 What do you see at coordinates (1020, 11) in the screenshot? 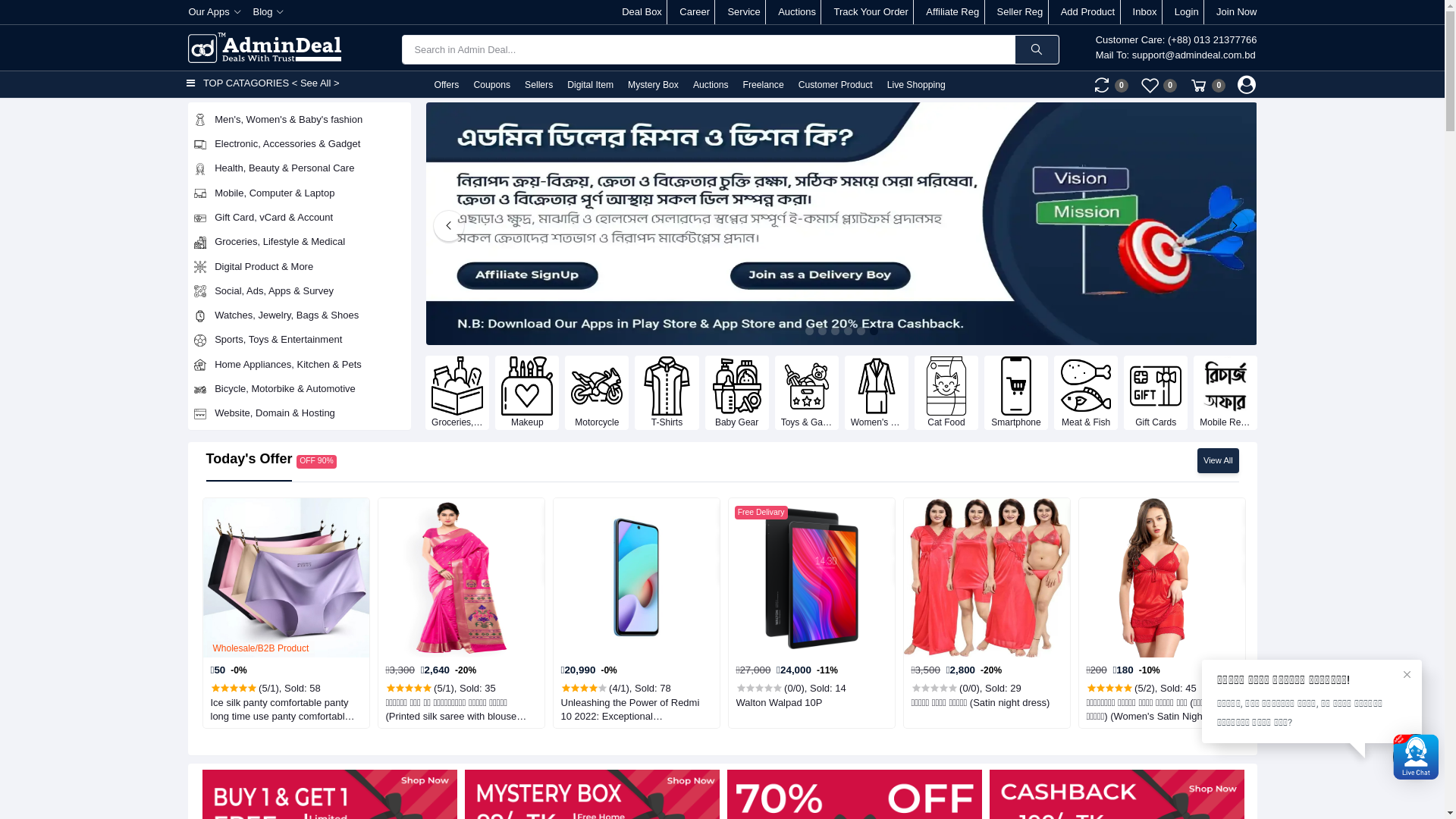
I see `'Seller Reg'` at bounding box center [1020, 11].